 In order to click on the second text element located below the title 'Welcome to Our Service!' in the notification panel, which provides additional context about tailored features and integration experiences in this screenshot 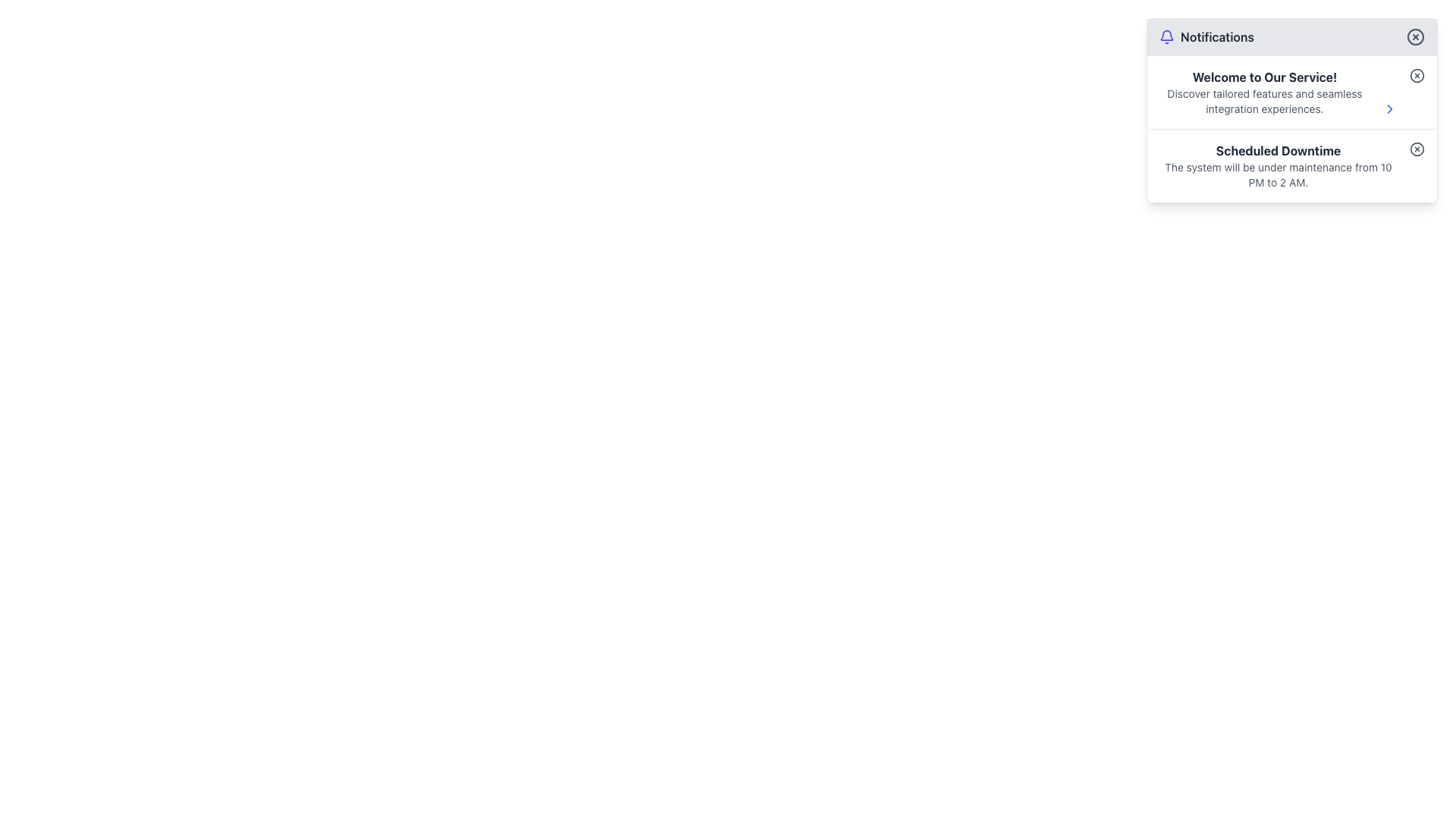, I will do `click(1265, 102)`.